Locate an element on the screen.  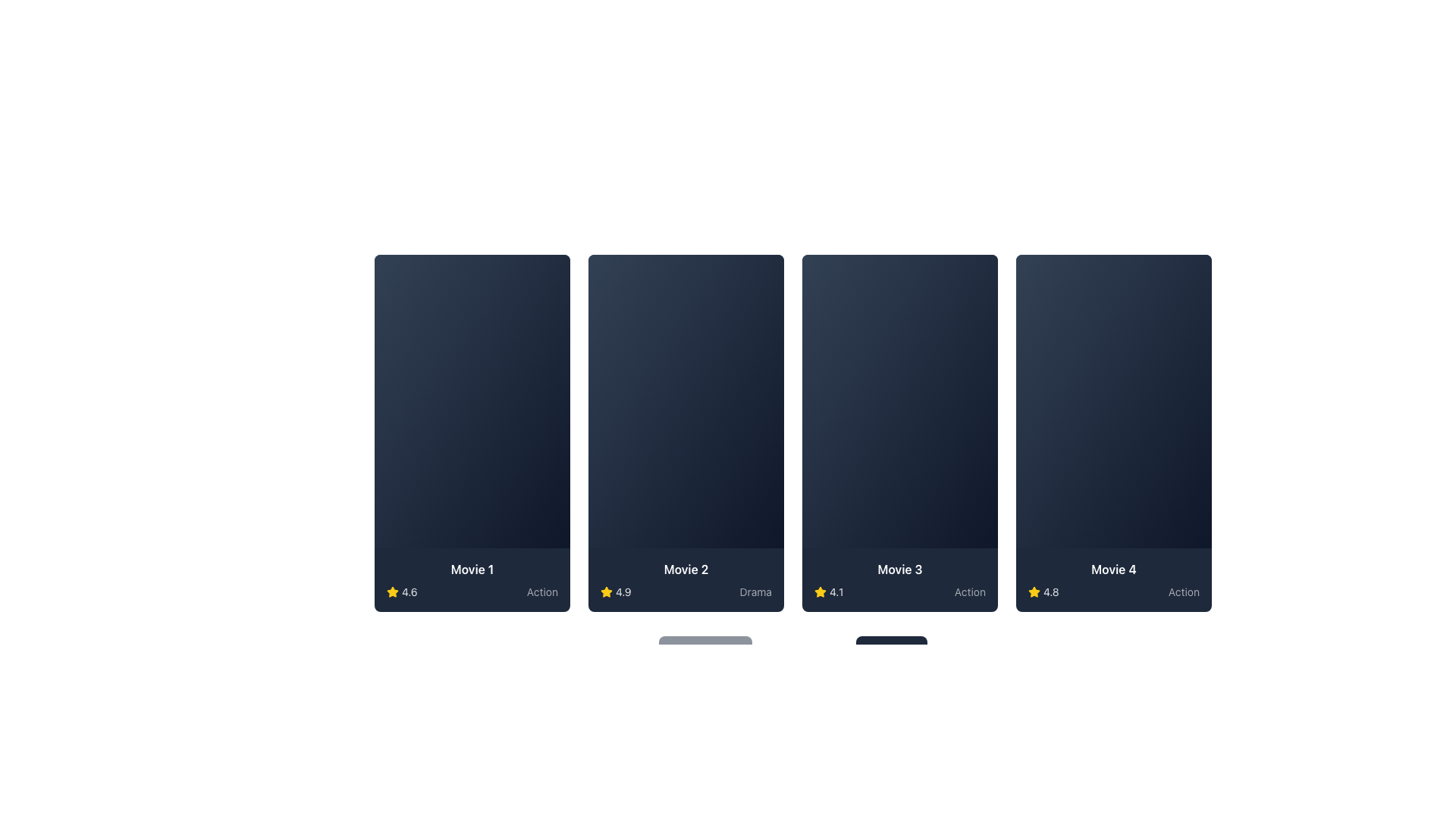
rating value displayed in the bottom-left corner of the fourth movie card in the grid layout is located at coordinates (1043, 591).